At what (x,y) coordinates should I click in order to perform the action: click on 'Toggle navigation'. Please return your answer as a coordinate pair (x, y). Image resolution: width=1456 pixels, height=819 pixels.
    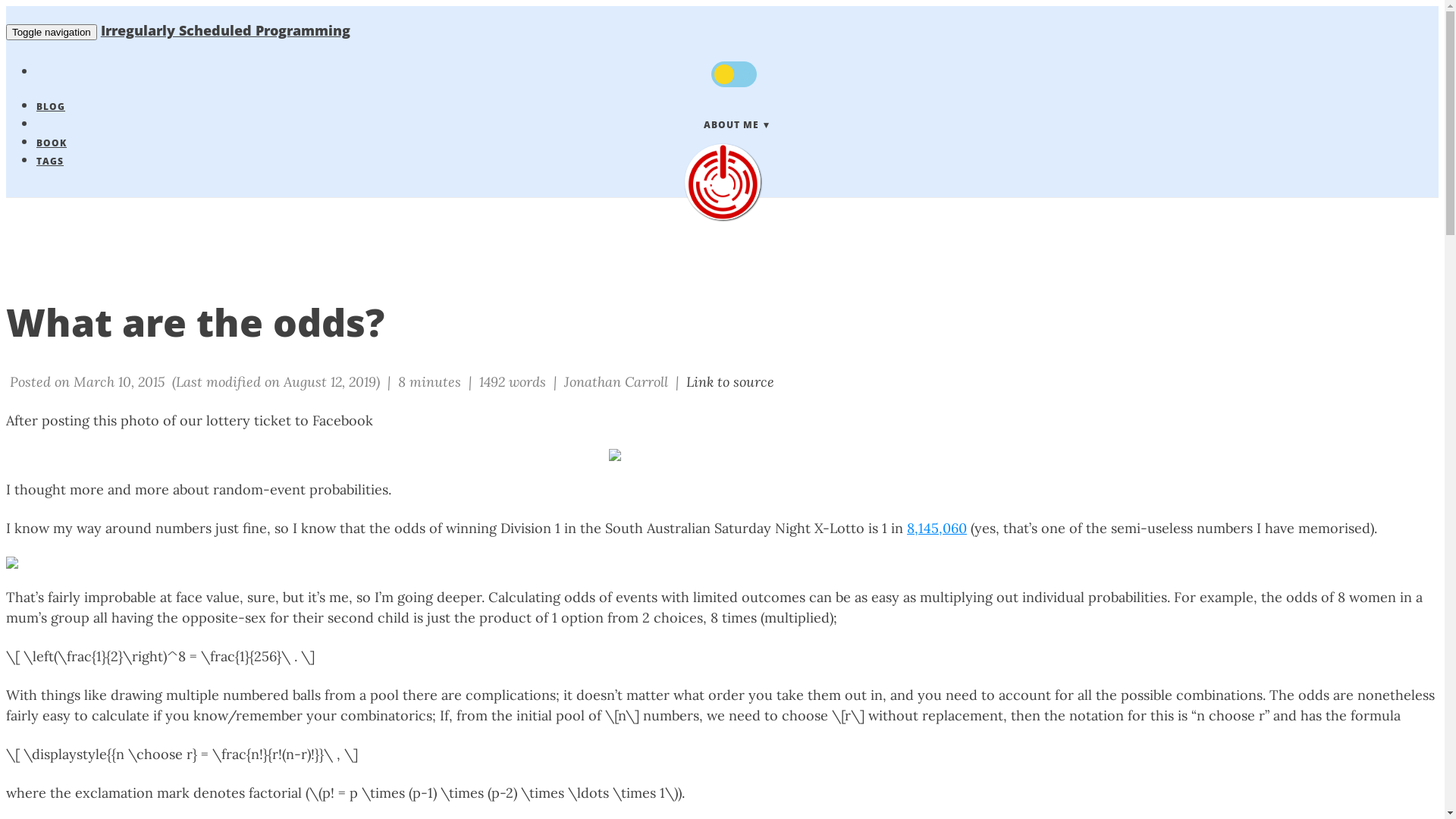
    Looking at the image, I should click on (51, 32).